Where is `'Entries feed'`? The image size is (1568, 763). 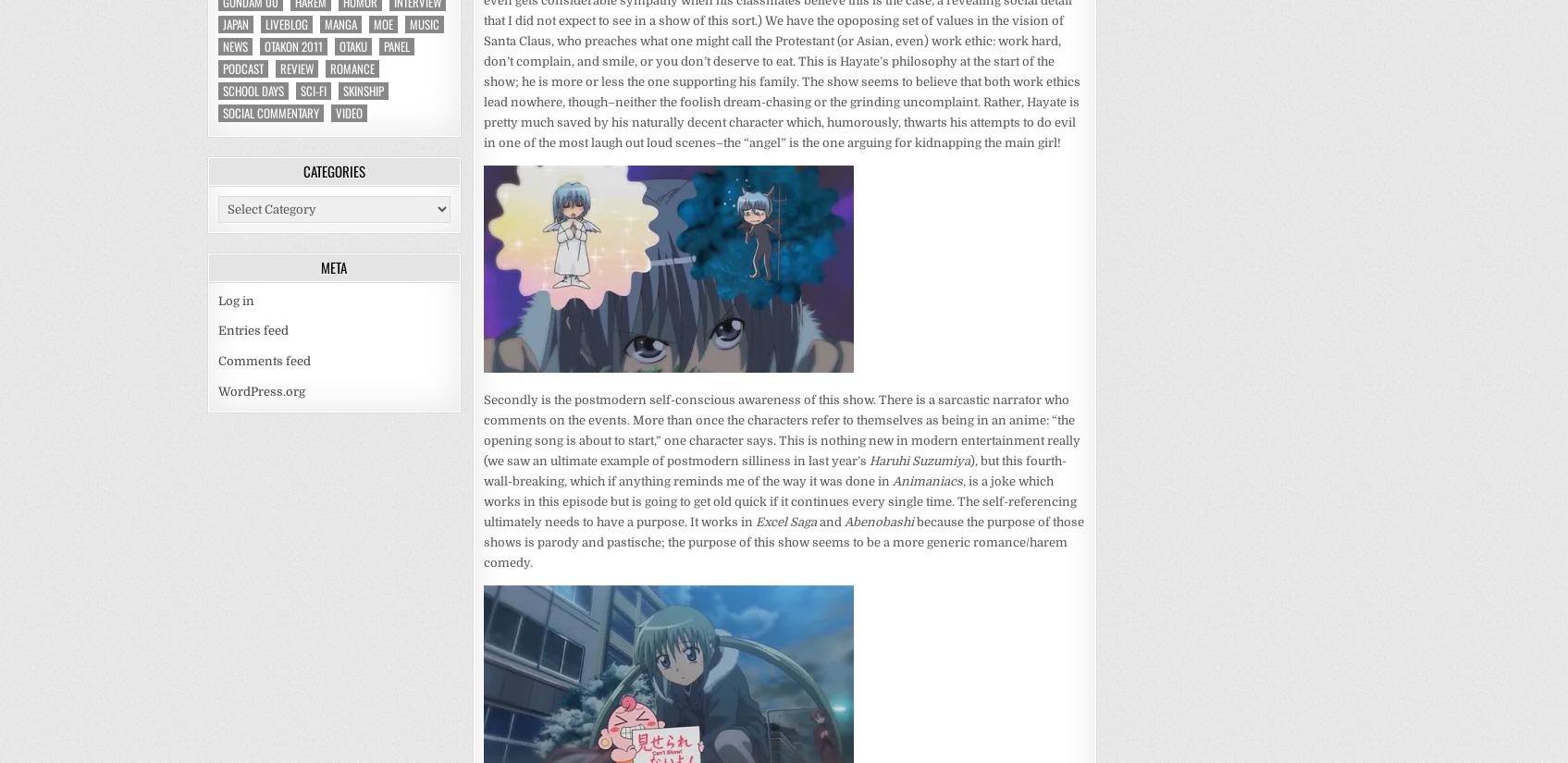
'Entries feed' is located at coordinates (253, 330).